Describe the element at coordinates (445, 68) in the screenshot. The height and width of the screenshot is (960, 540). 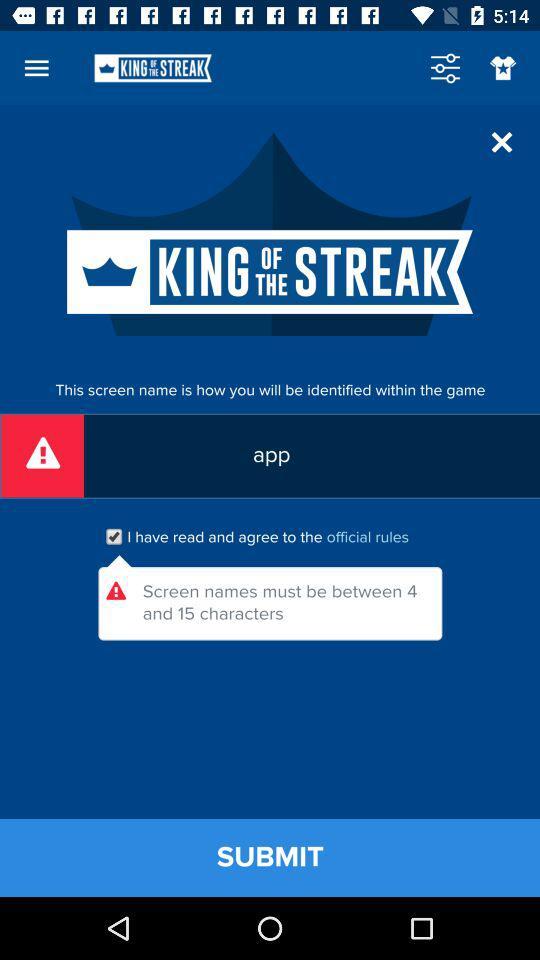
I see `storage` at that location.